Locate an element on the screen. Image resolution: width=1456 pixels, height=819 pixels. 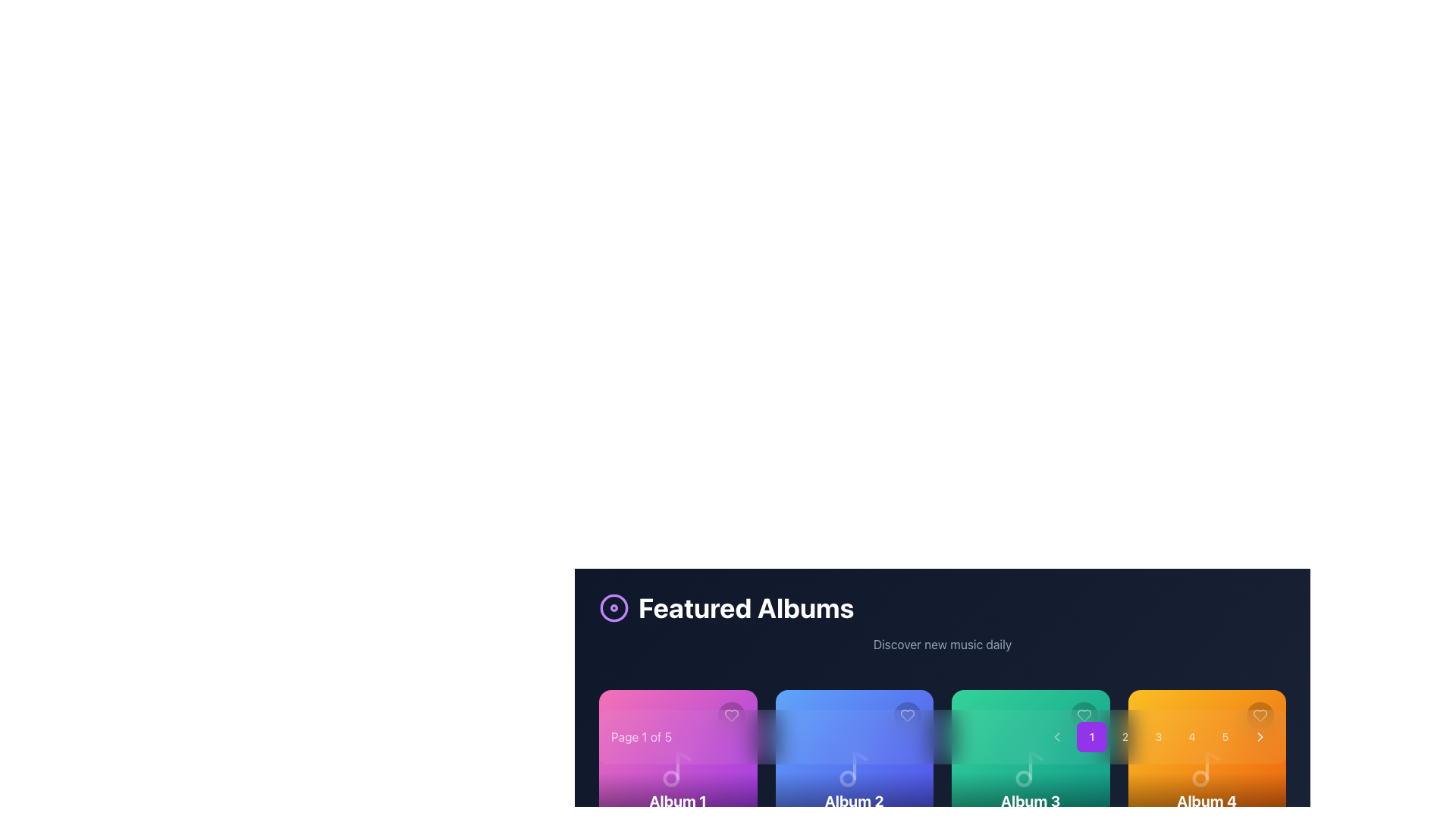
the heart-shaped icon button for favoriting located in the top-right corner of the orange-colored album card labeled 'Album 4' is located at coordinates (1260, 716).